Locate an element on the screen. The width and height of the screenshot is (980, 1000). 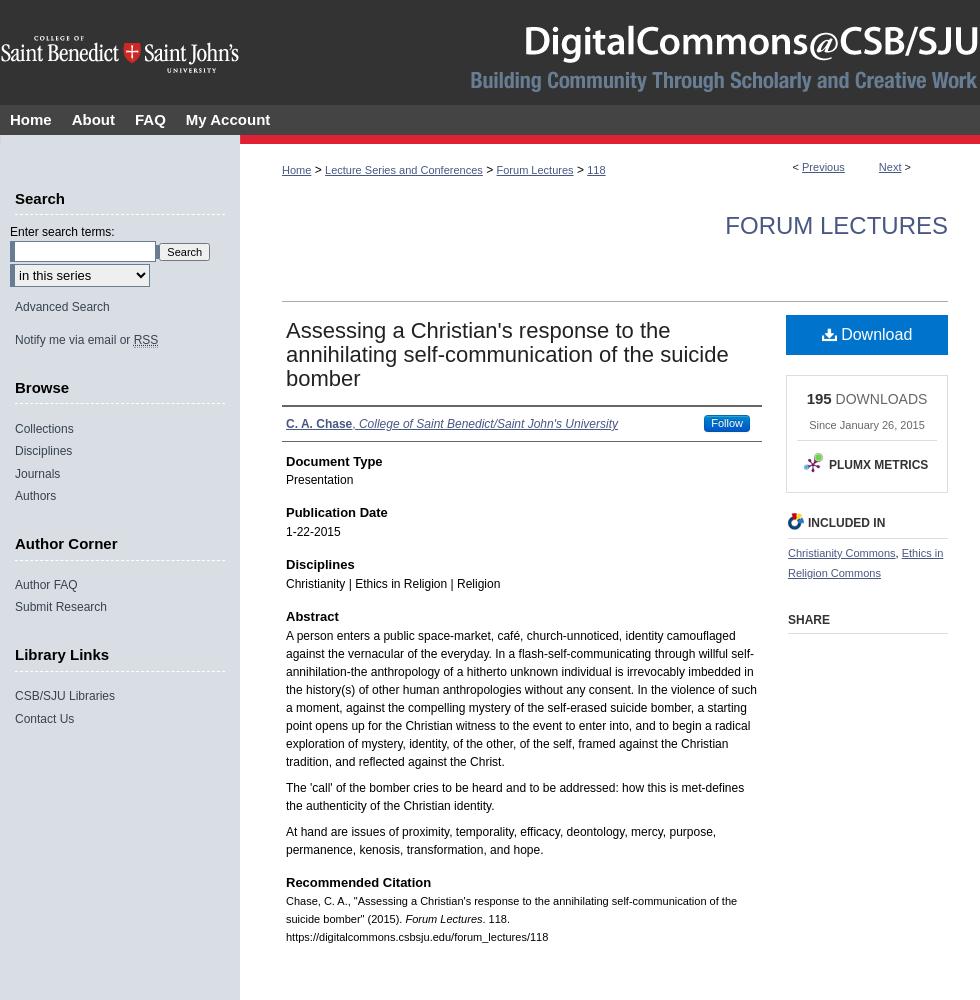
'Authors' is located at coordinates (35, 495).